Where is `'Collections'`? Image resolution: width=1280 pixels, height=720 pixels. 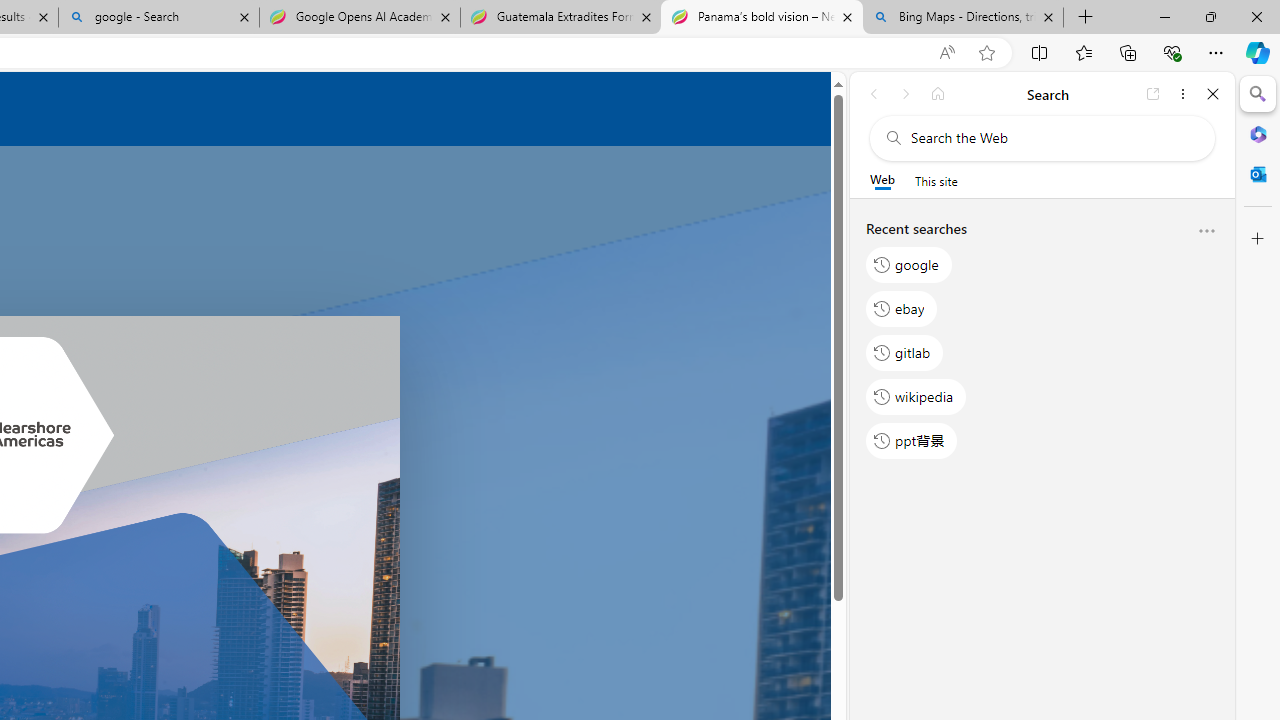 'Collections' is located at coordinates (1128, 51).